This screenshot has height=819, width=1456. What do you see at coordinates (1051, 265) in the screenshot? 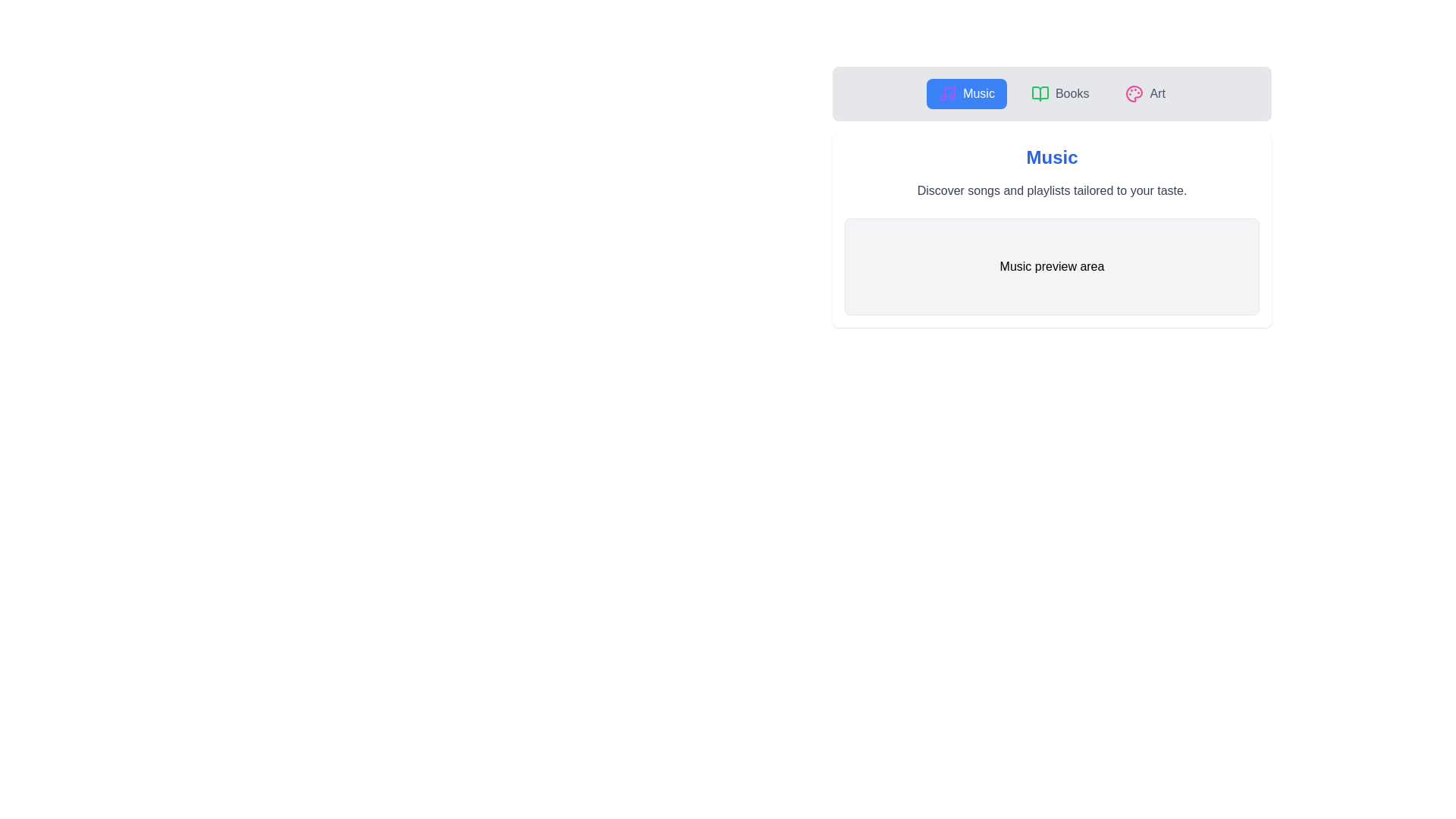
I see `the preview area of the active tab` at bounding box center [1051, 265].